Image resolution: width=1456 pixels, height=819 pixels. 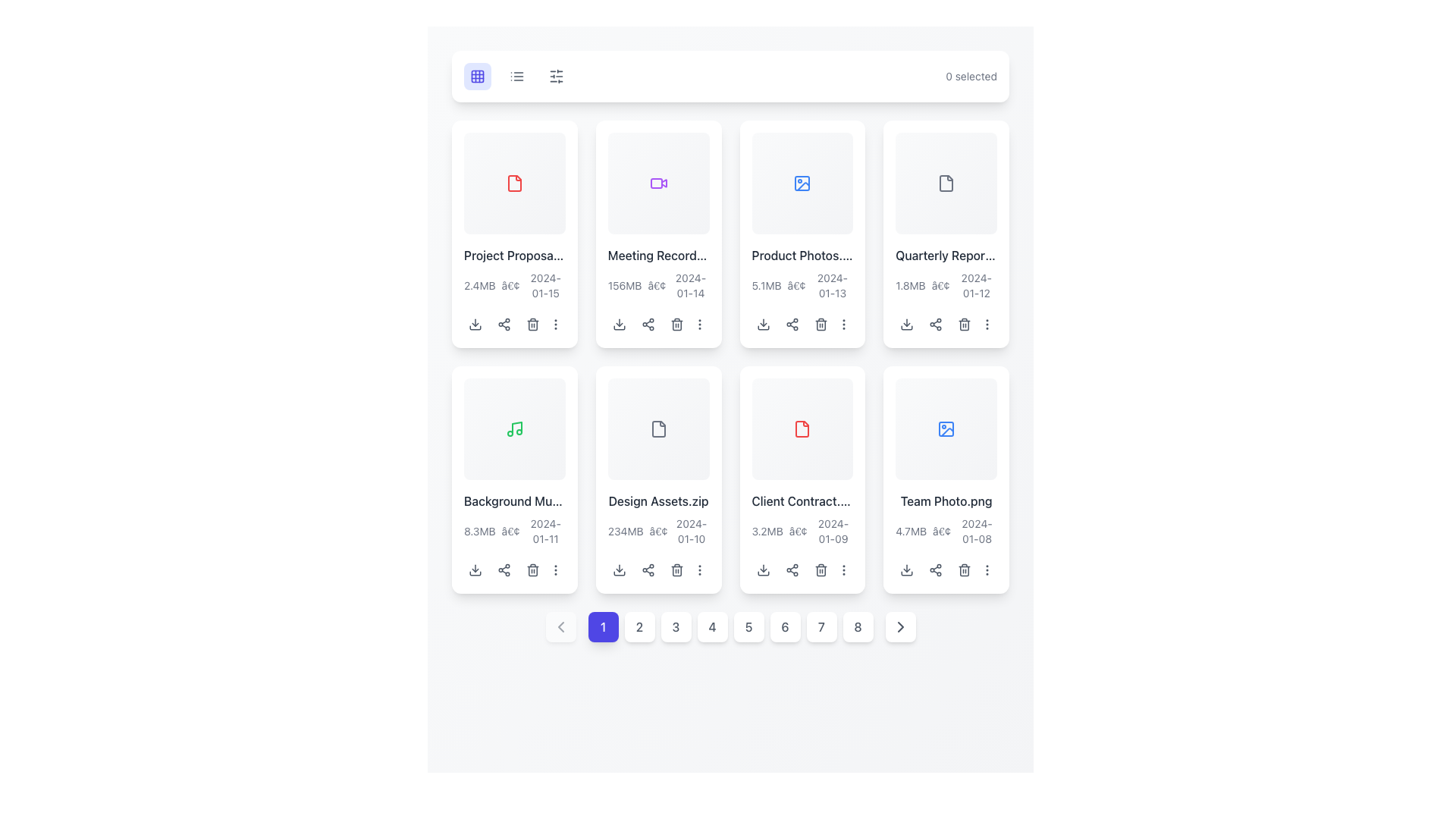 I want to click on the static text label displaying the file size '2.4MB' located in the lower-left area of the card labeled 'Project Proposal', so click(x=479, y=285).